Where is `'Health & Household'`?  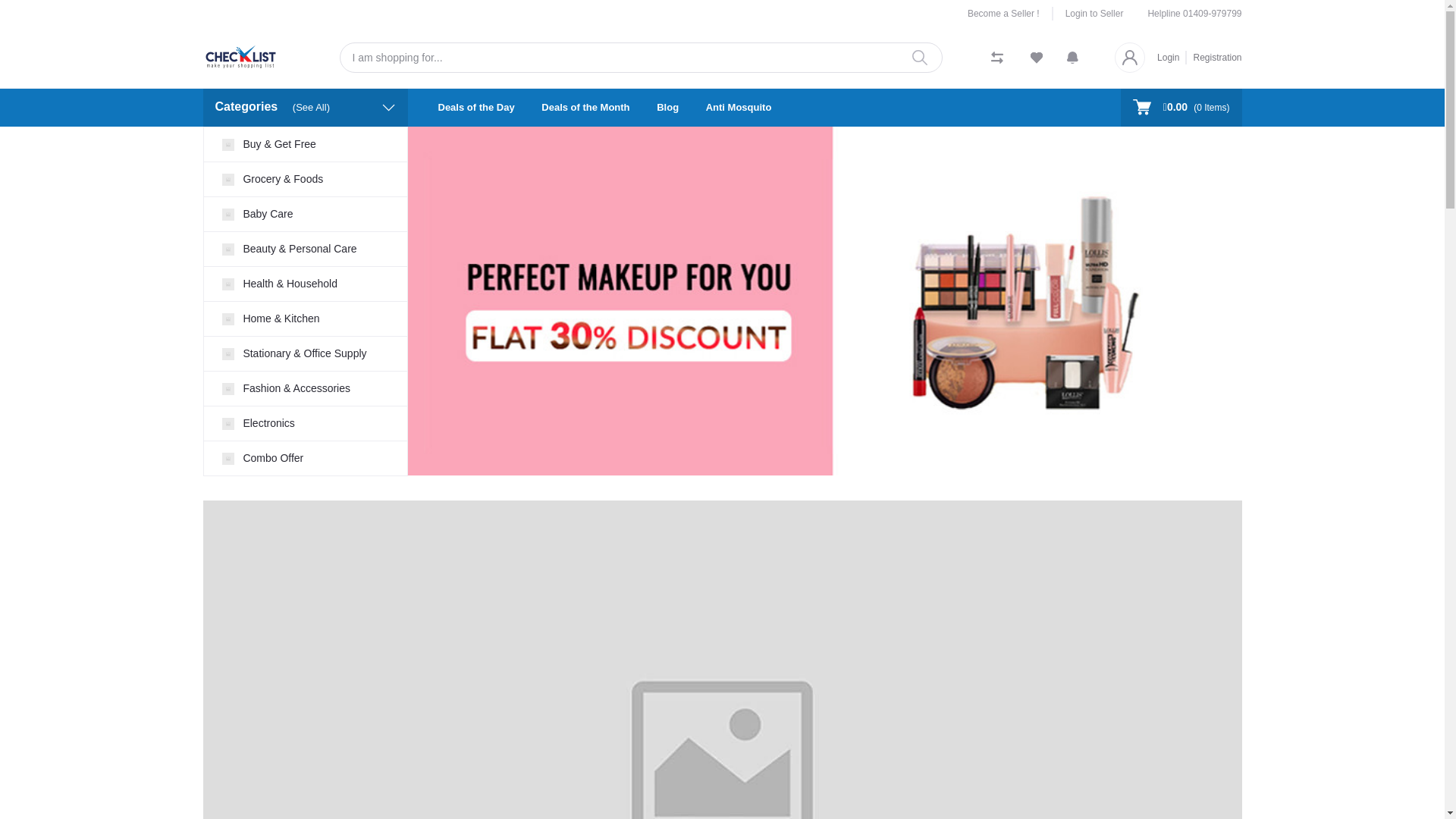
'Health & Household' is located at coordinates (304, 284).